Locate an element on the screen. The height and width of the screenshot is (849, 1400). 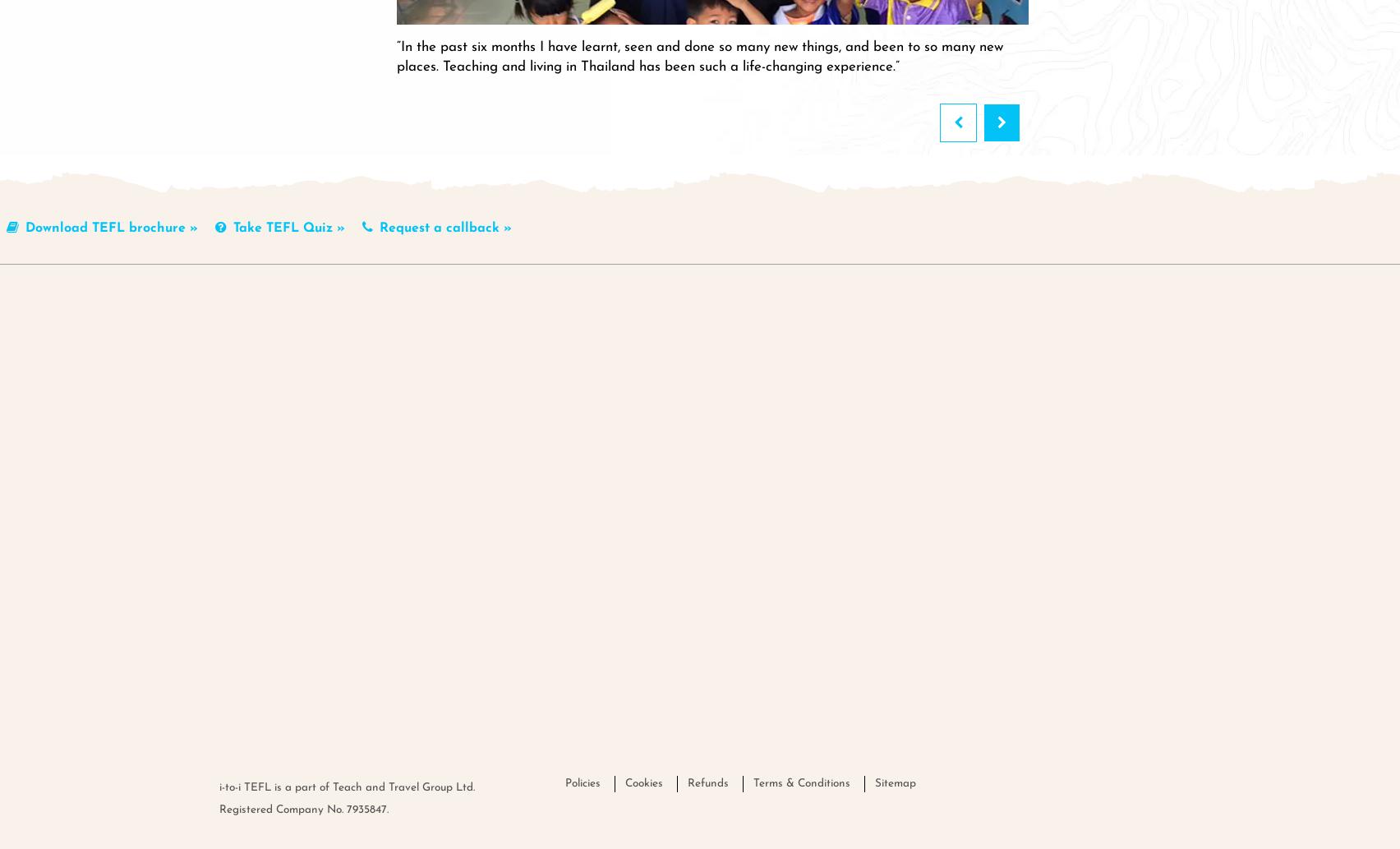
'About' is located at coordinates (872, 287).